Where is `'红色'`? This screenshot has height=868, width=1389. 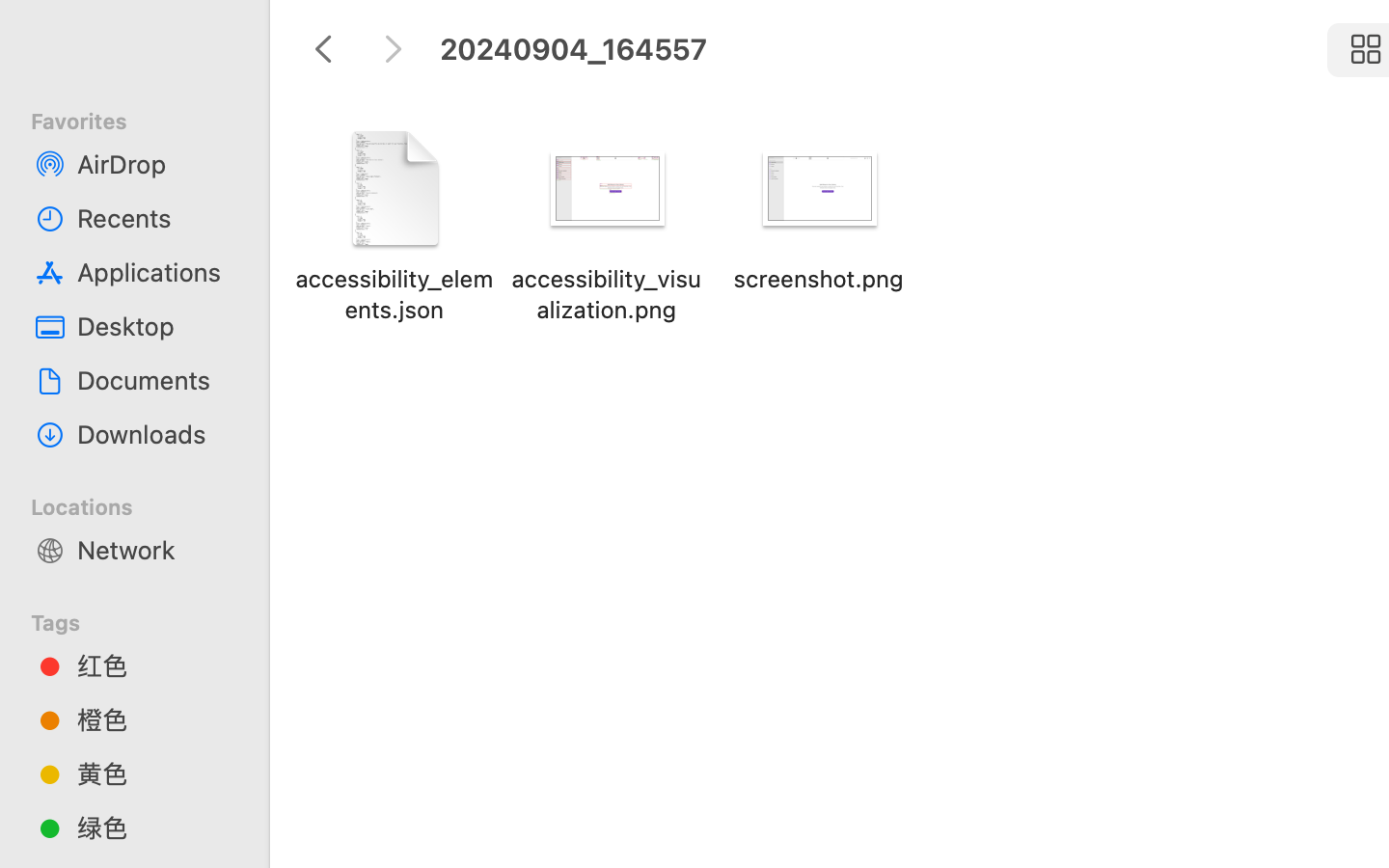 '红色' is located at coordinates (153, 665).